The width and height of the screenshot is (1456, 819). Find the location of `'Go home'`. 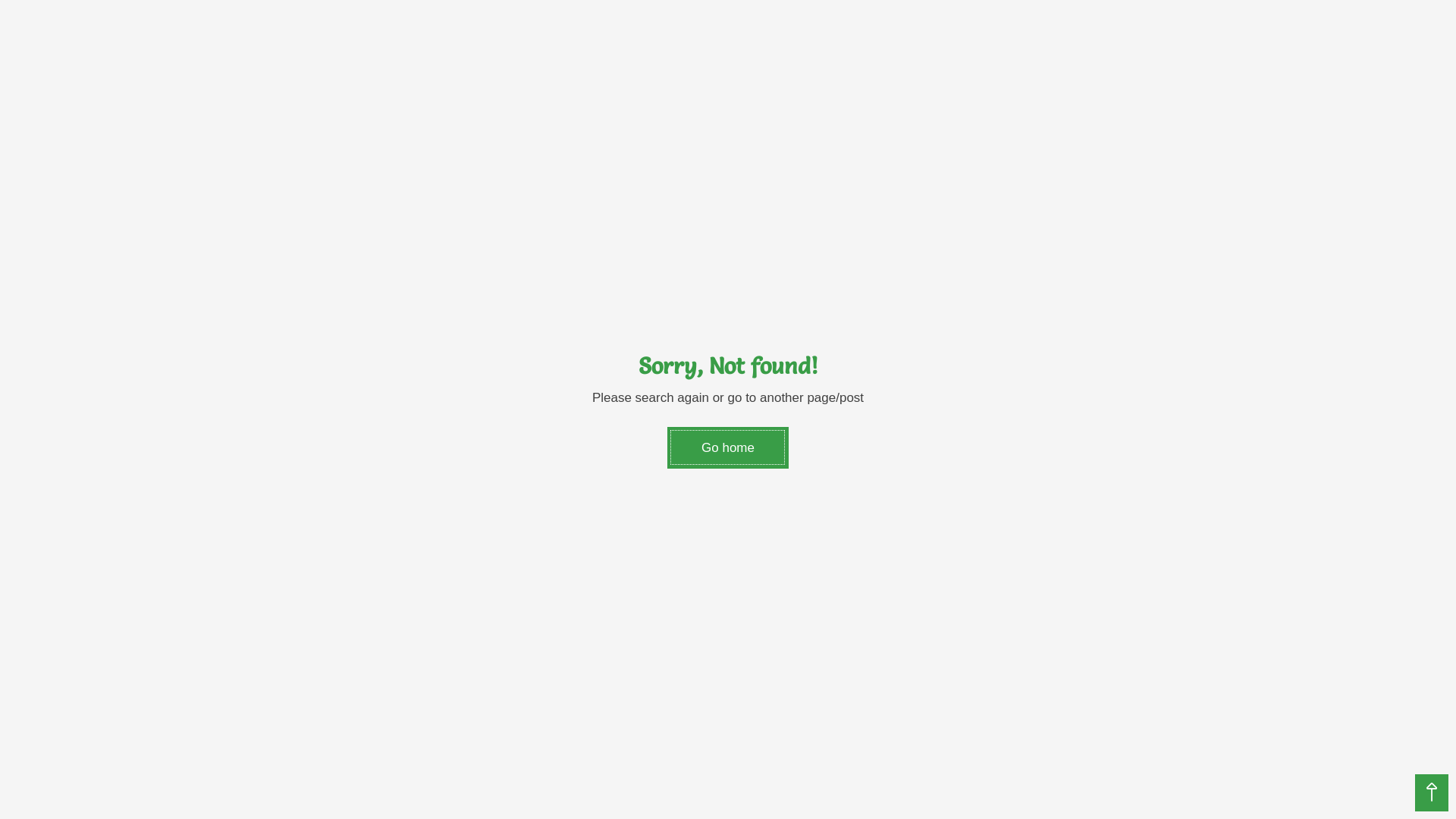

'Go home' is located at coordinates (667, 447).